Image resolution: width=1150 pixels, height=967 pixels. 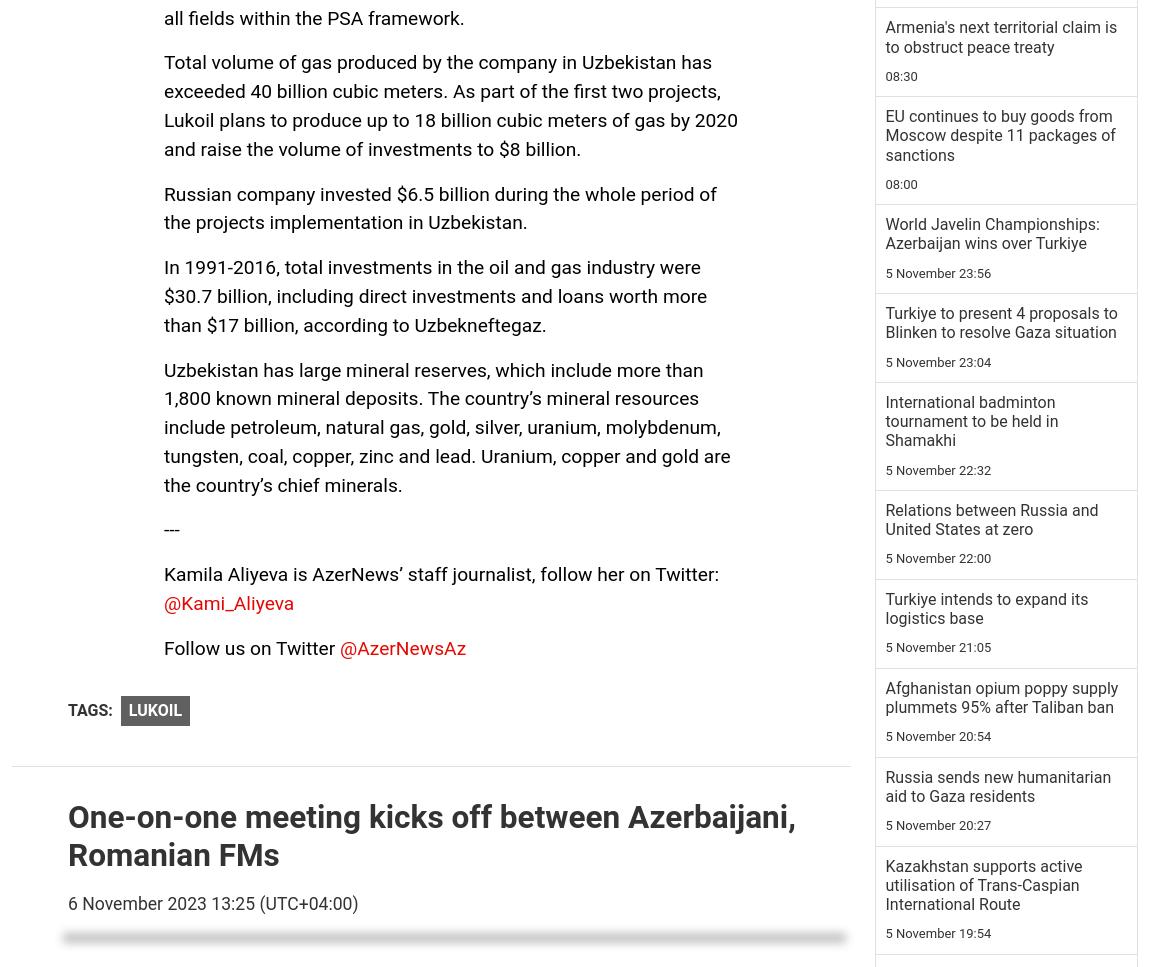 I want to click on 'Azerbaijan's Defense Ministry presents review to last week's events [VIDEO]', so click(x=990, y=590).